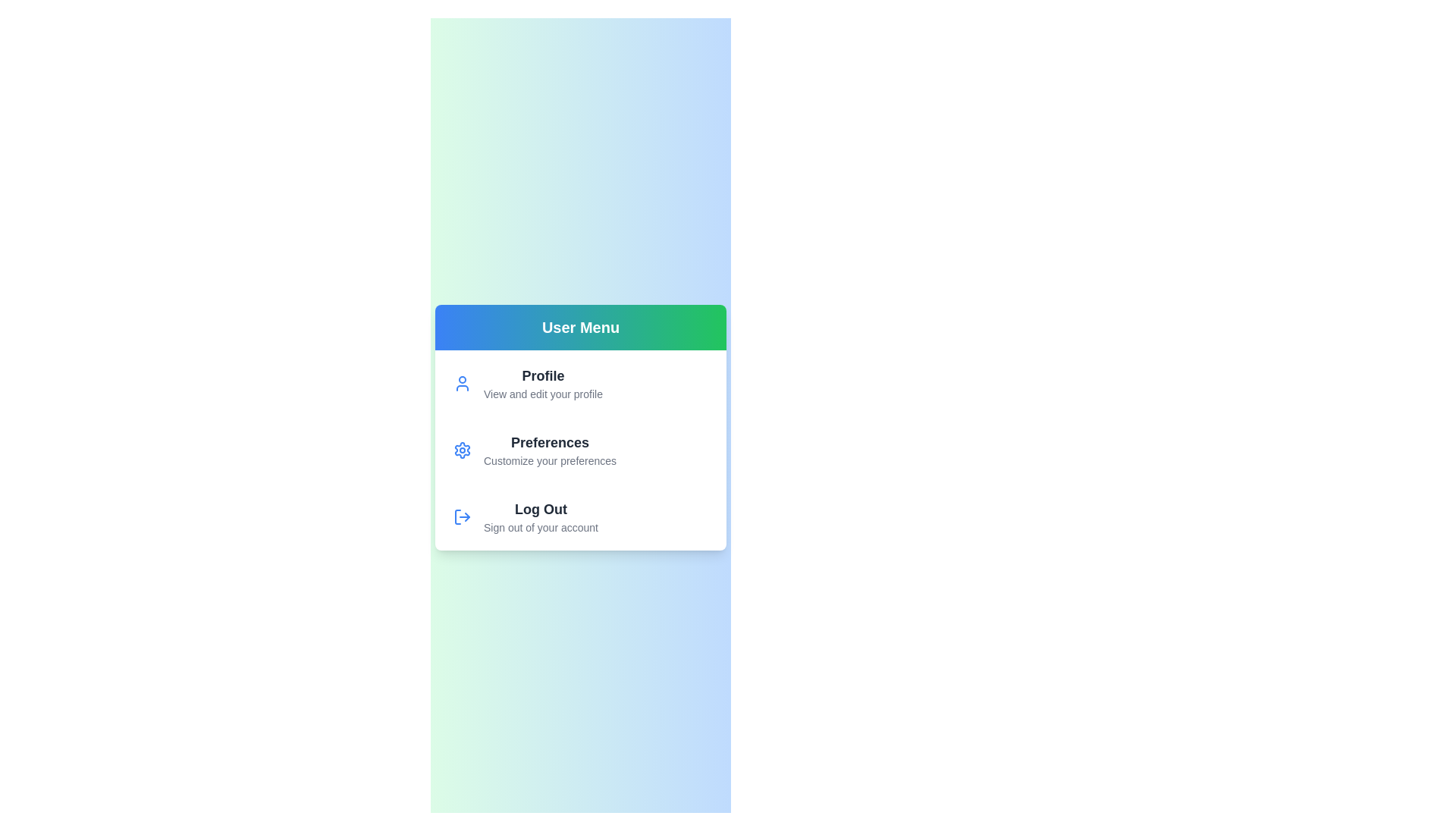  What do you see at coordinates (580, 516) in the screenshot?
I see `the 'Log Out' option to sign out of the account` at bounding box center [580, 516].